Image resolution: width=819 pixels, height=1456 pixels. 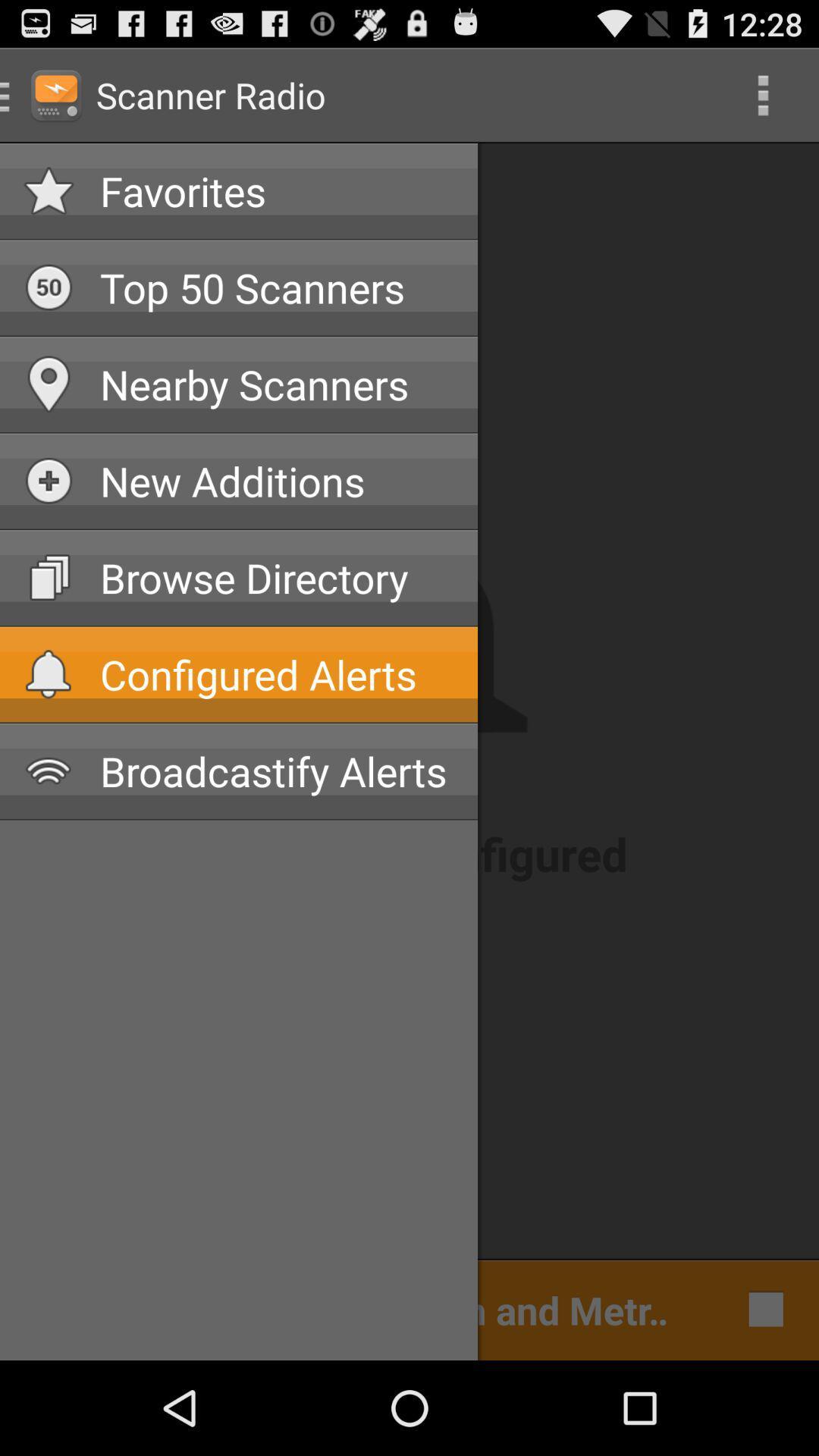 What do you see at coordinates (277, 771) in the screenshot?
I see `the icon below configured alerts` at bounding box center [277, 771].